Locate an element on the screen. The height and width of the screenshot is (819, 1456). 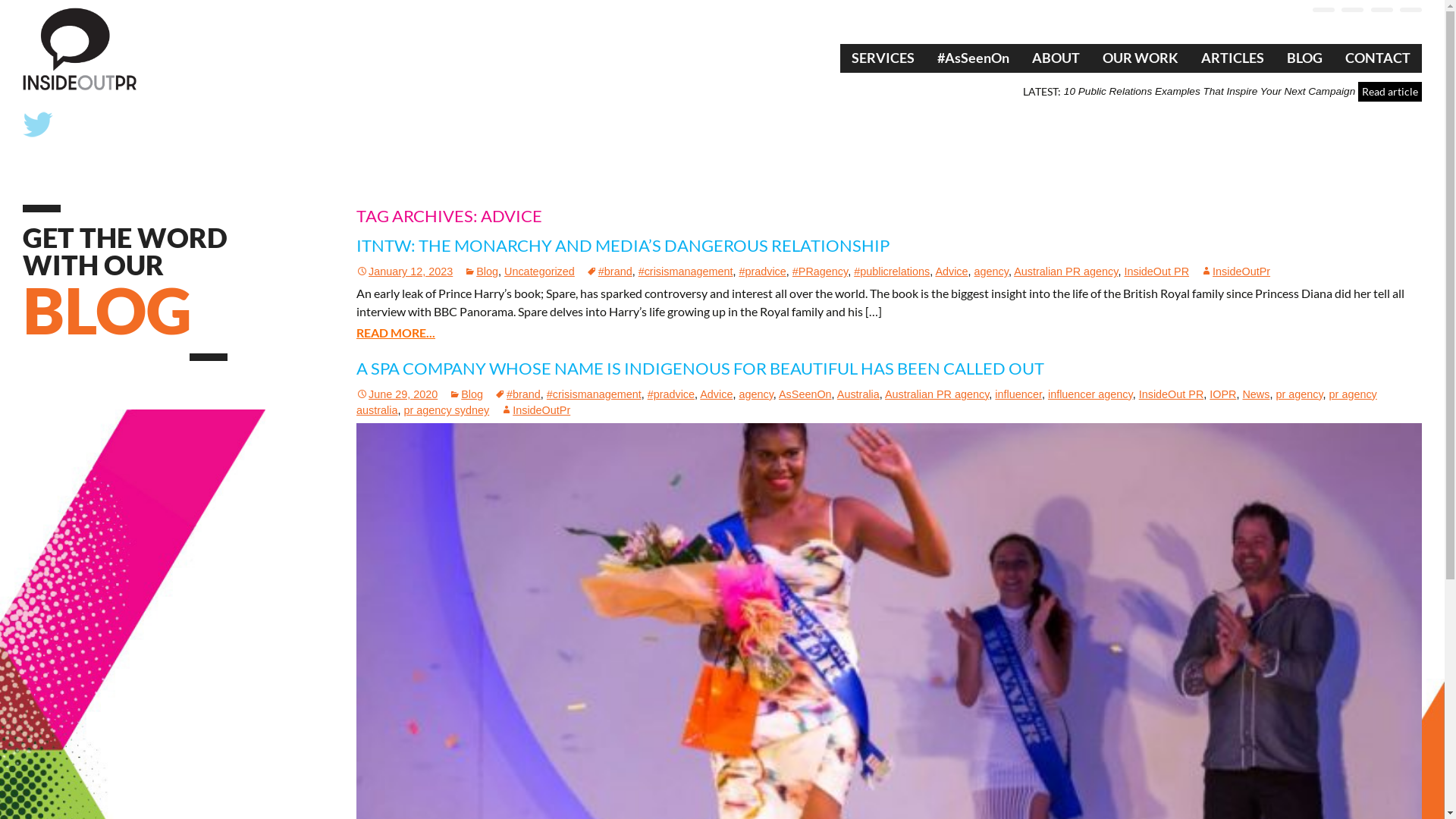
'pr agency sydney' is located at coordinates (445, 409).